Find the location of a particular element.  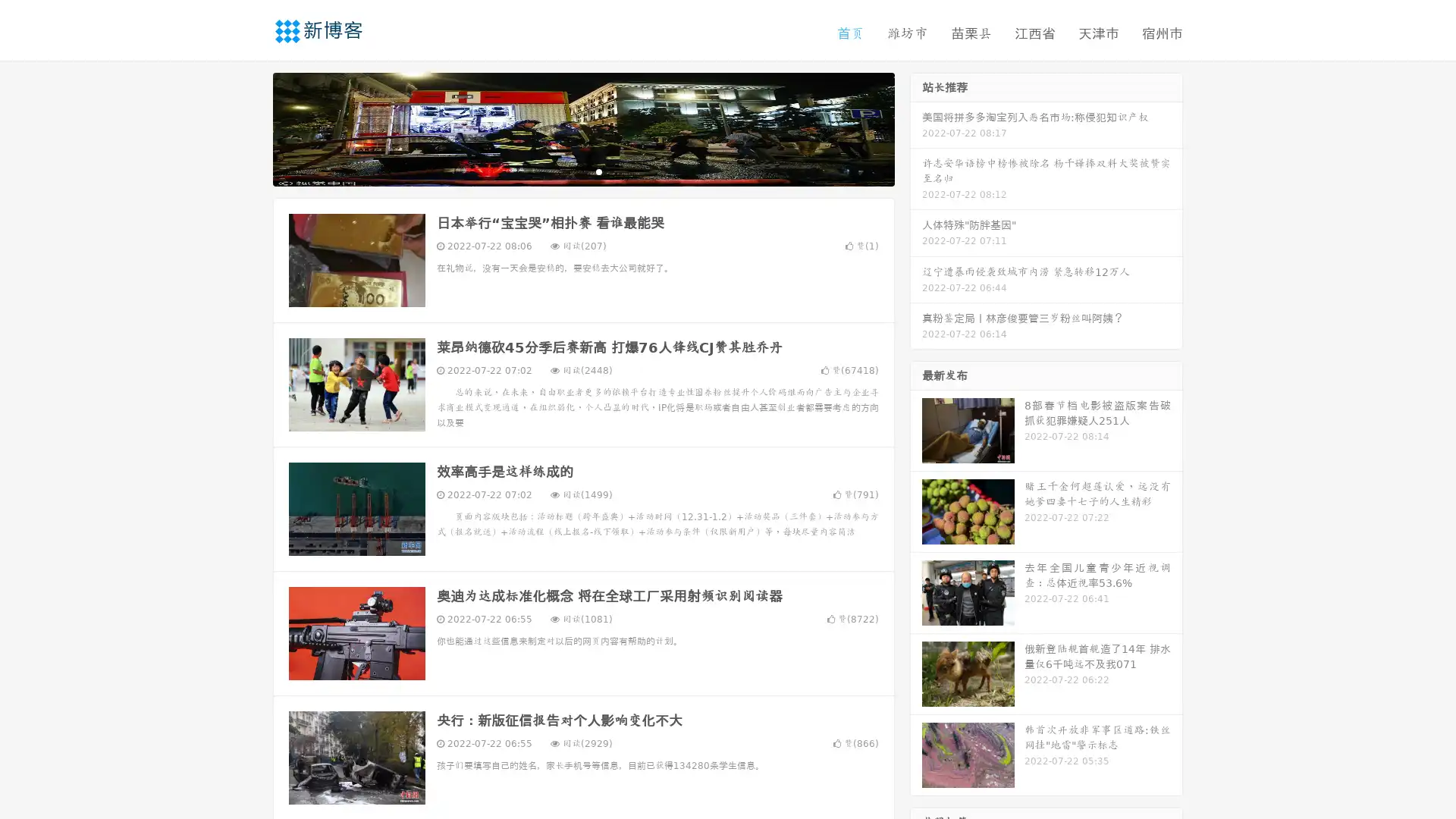

Go to slide 1 is located at coordinates (567, 171).